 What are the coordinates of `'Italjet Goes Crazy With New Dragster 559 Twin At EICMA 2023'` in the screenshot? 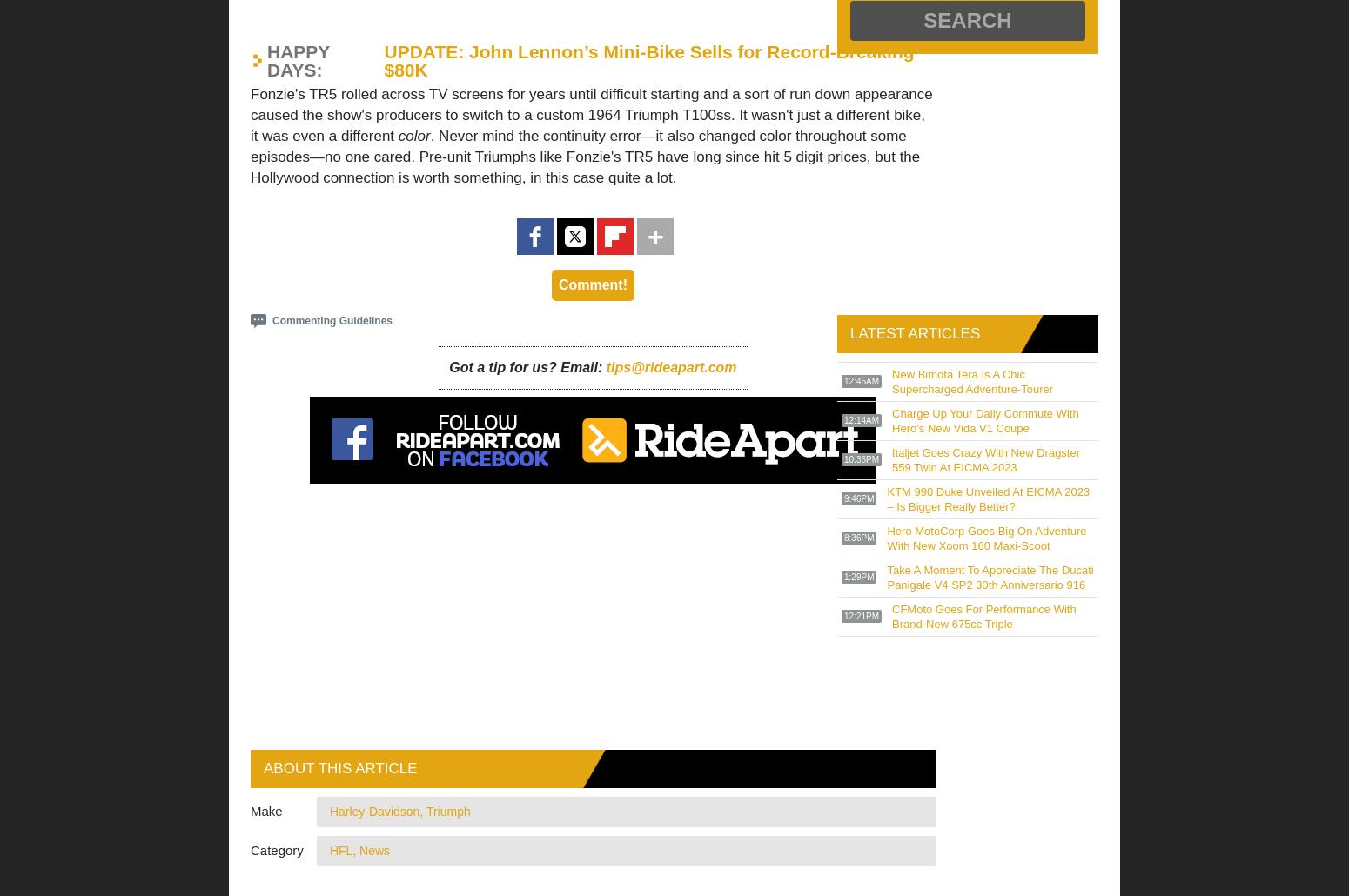 It's located at (985, 459).